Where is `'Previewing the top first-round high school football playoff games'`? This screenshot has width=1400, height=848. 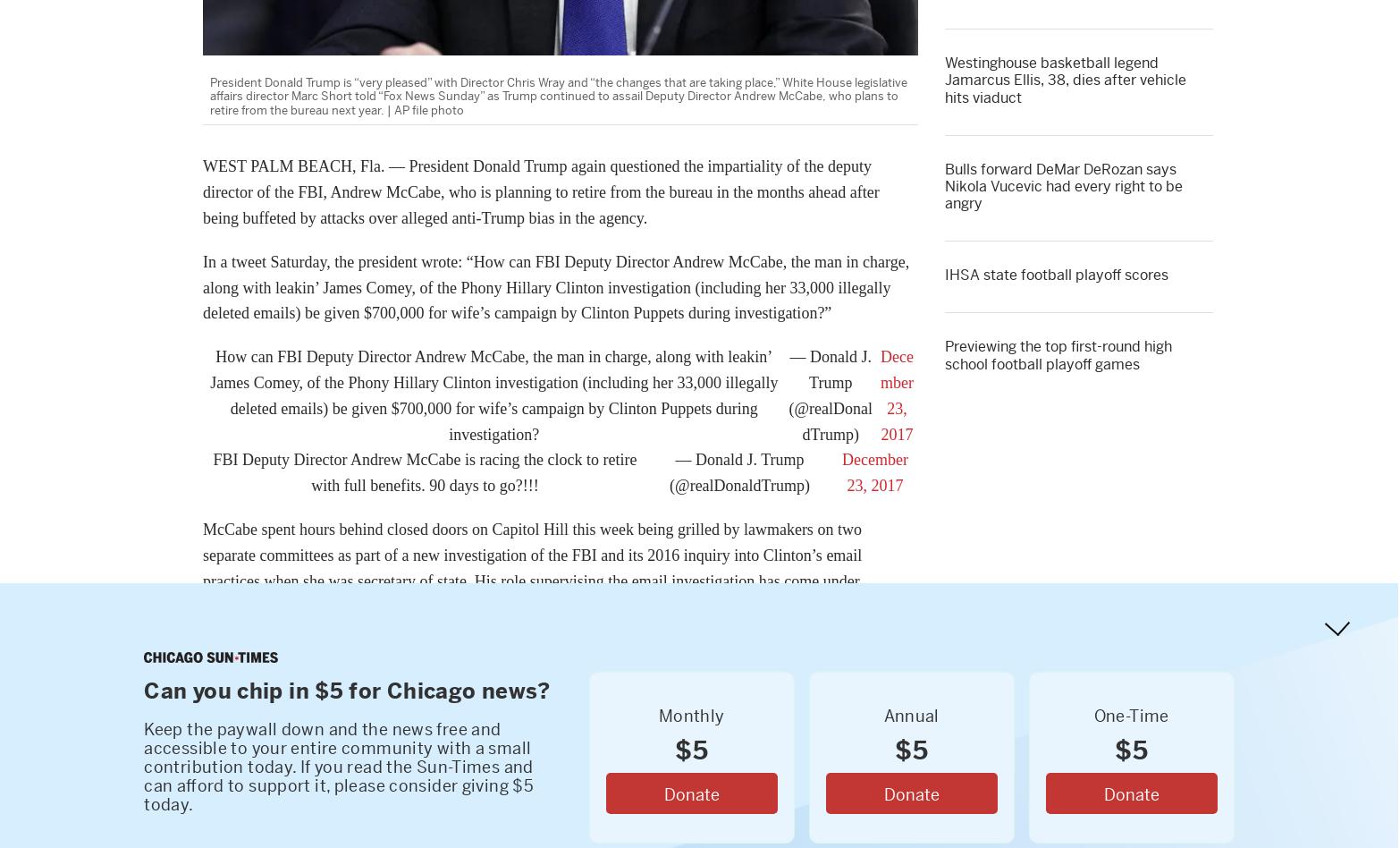
'Previewing the top first-round high school football playoff games' is located at coordinates (1058, 354).